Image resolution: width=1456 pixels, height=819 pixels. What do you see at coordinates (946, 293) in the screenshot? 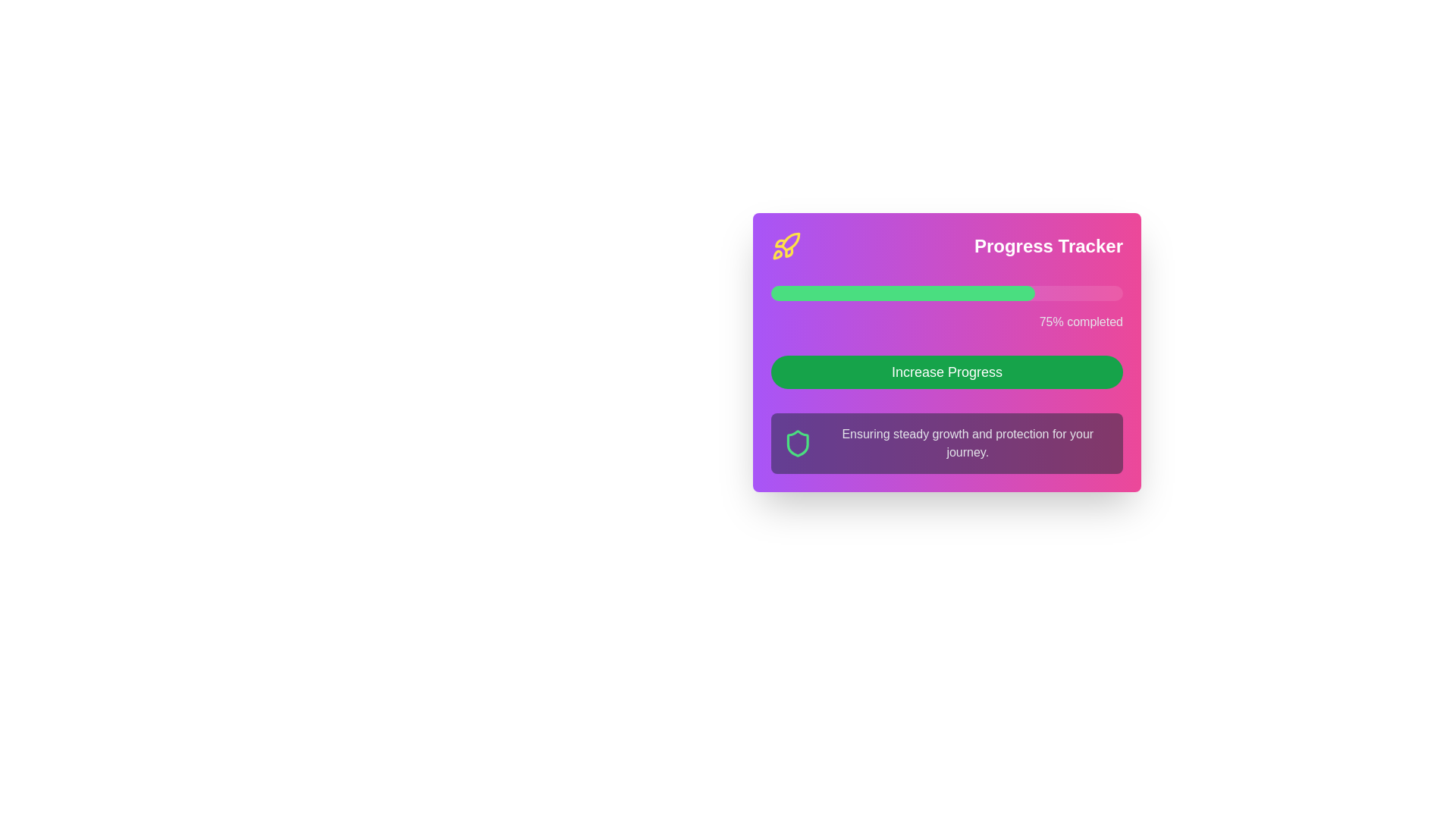
I see `the progress bar indicating 75% completion located in the 'Progress Tracker' card, positioned above the 'Increase Progress' button` at bounding box center [946, 293].